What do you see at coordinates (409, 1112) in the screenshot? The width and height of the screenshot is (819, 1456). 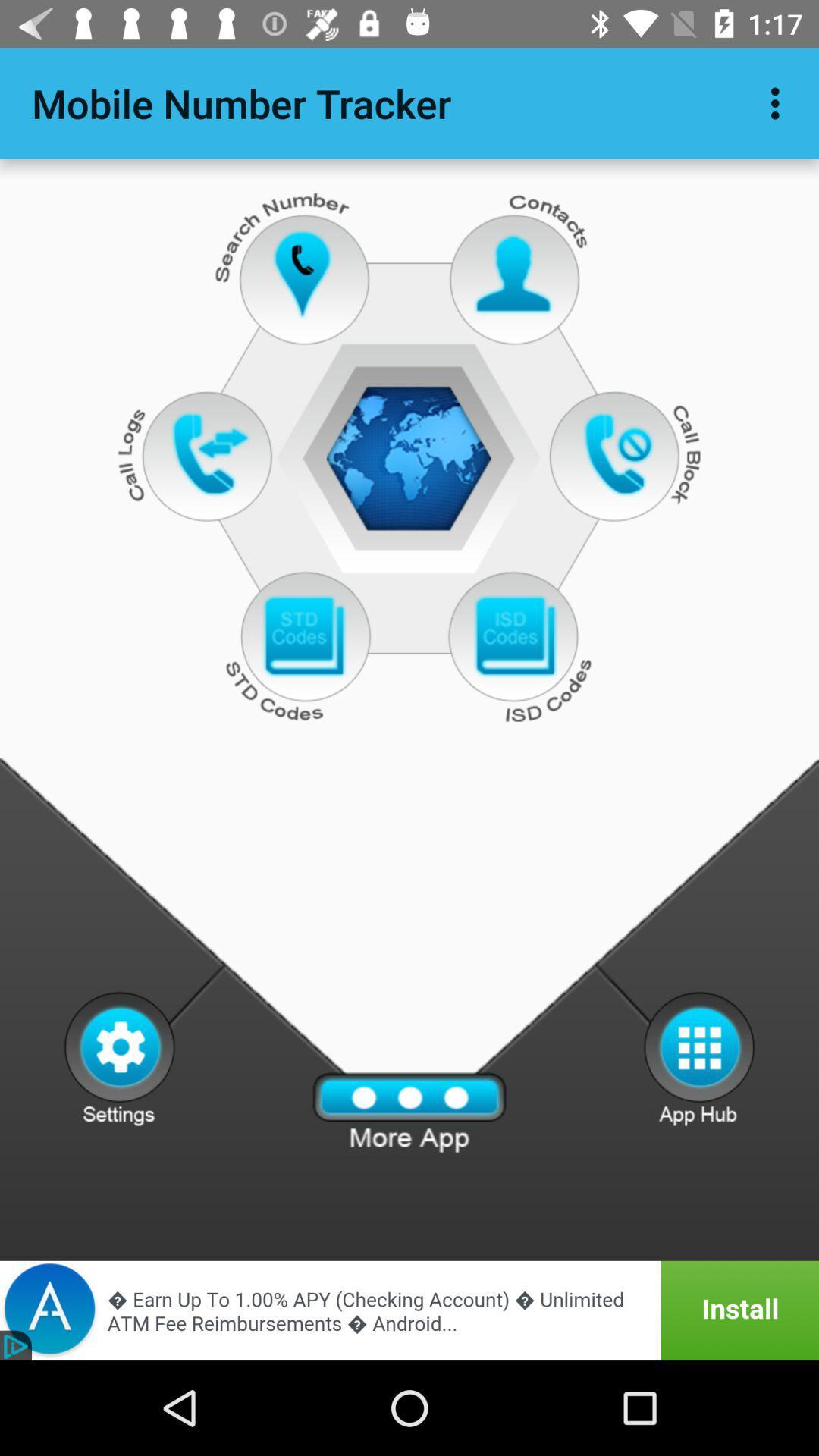 I see `all` at bounding box center [409, 1112].